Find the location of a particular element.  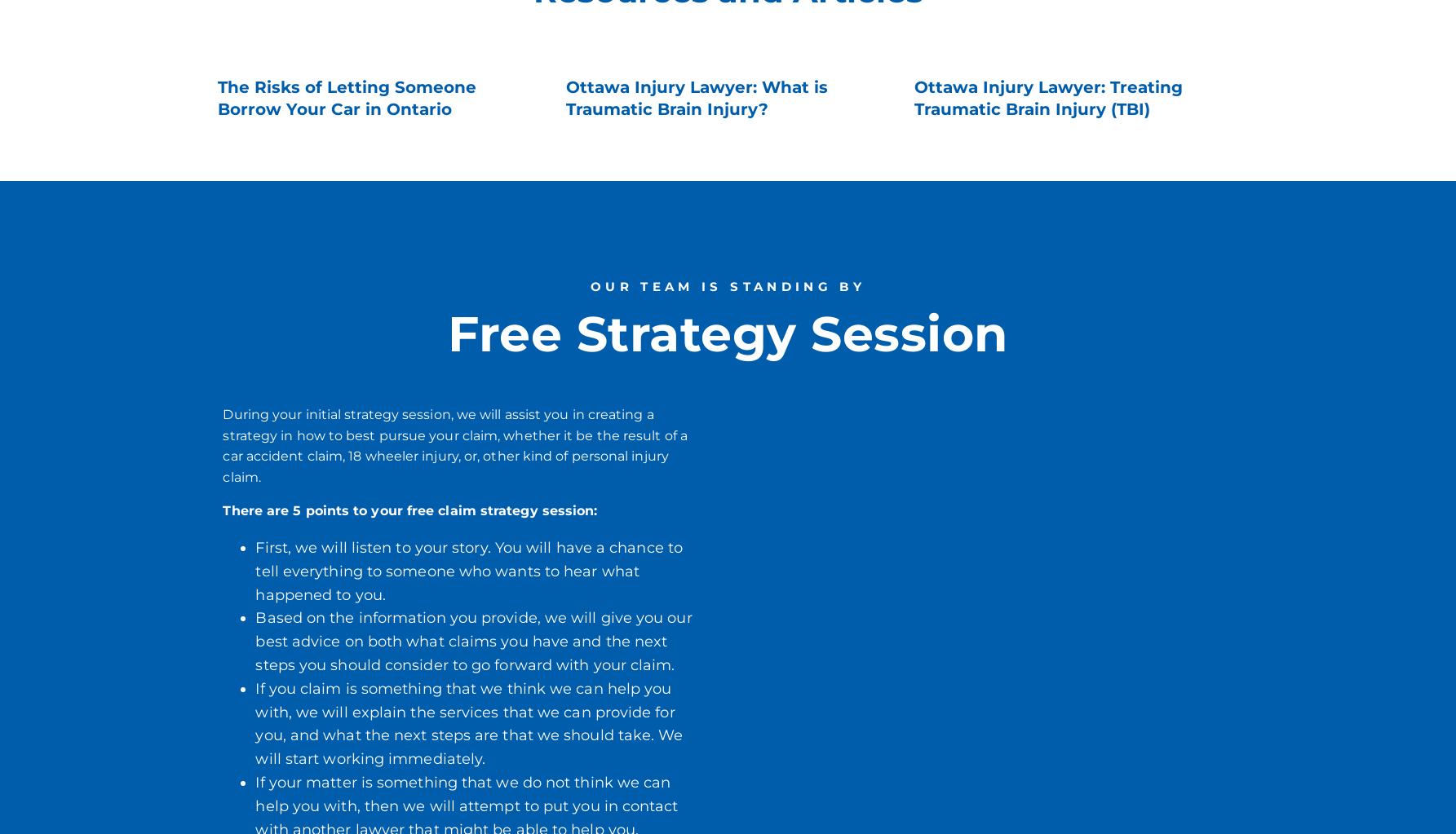

'Ottawa Injury Lawyer: What is Traumatic Brain Injury?' is located at coordinates (697, 97).